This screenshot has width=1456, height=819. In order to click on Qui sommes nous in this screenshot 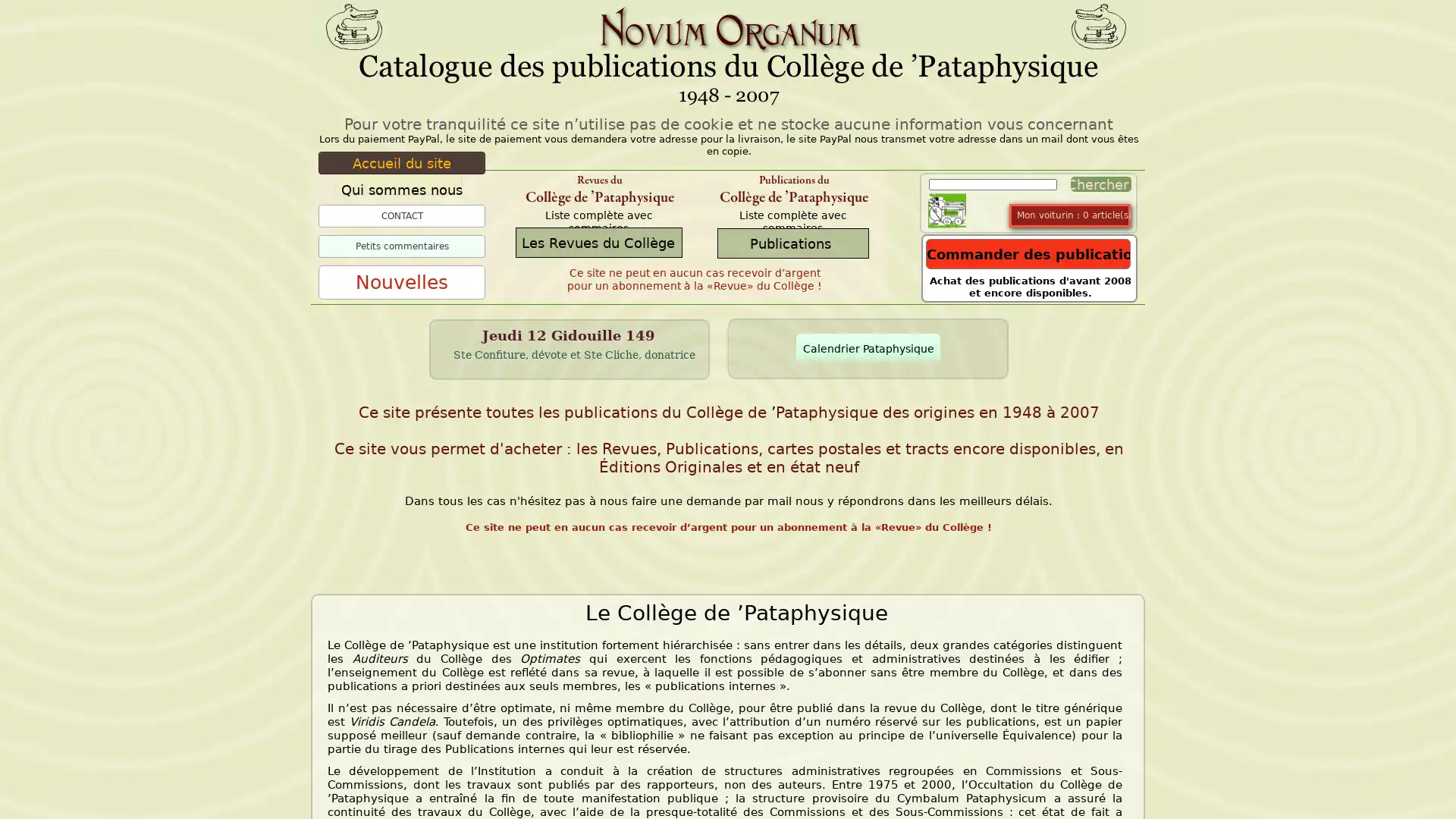, I will do `click(401, 189)`.